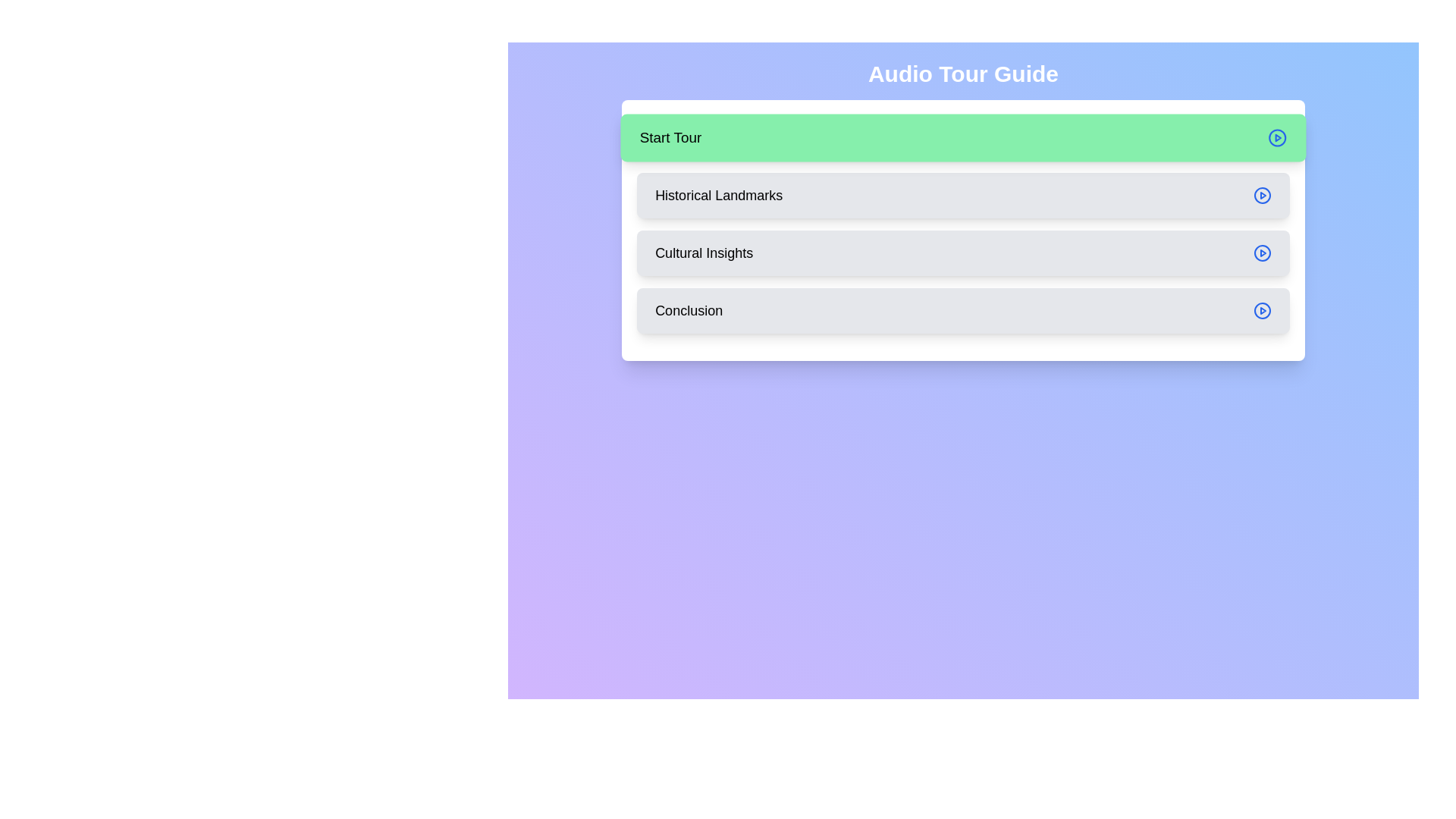 This screenshot has width=1456, height=819. What do you see at coordinates (1262, 253) in the screenshot?
I see `the play button associated with the Cultural Insights step to play its audio` at bounding box center [1262, 253].